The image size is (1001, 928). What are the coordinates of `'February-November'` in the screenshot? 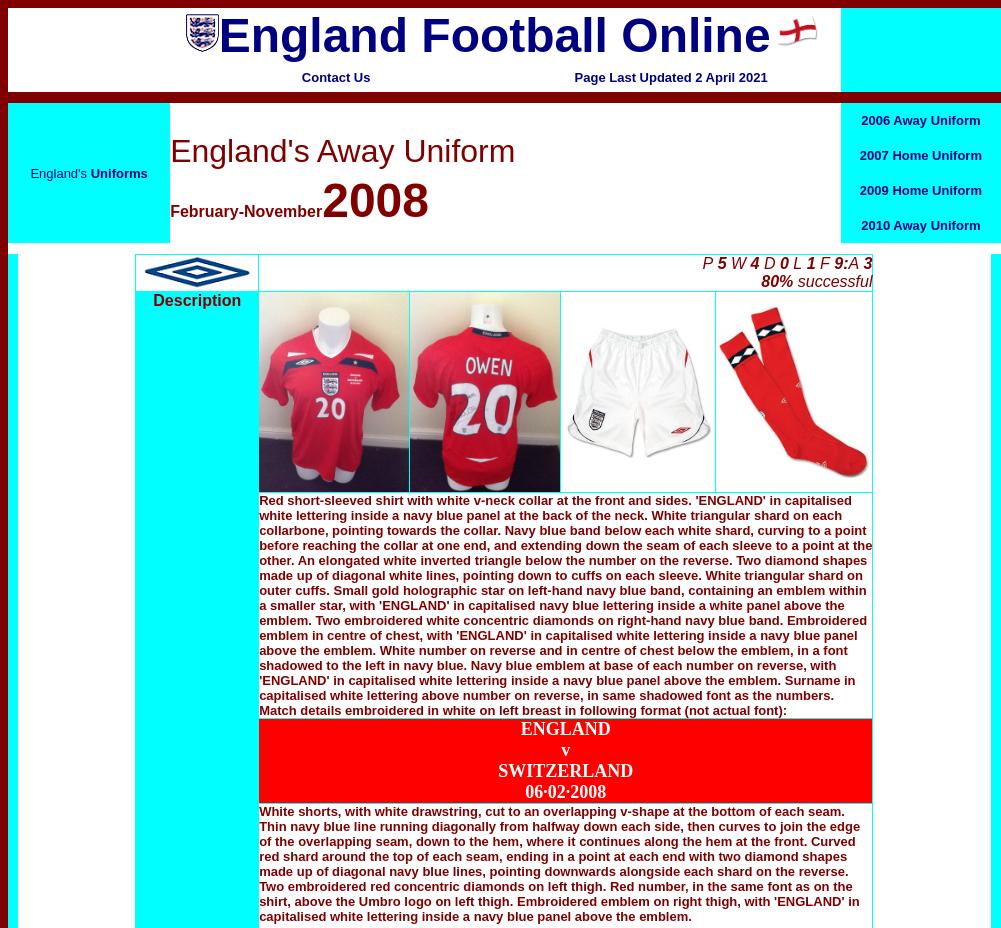 It's located at (169, 211).